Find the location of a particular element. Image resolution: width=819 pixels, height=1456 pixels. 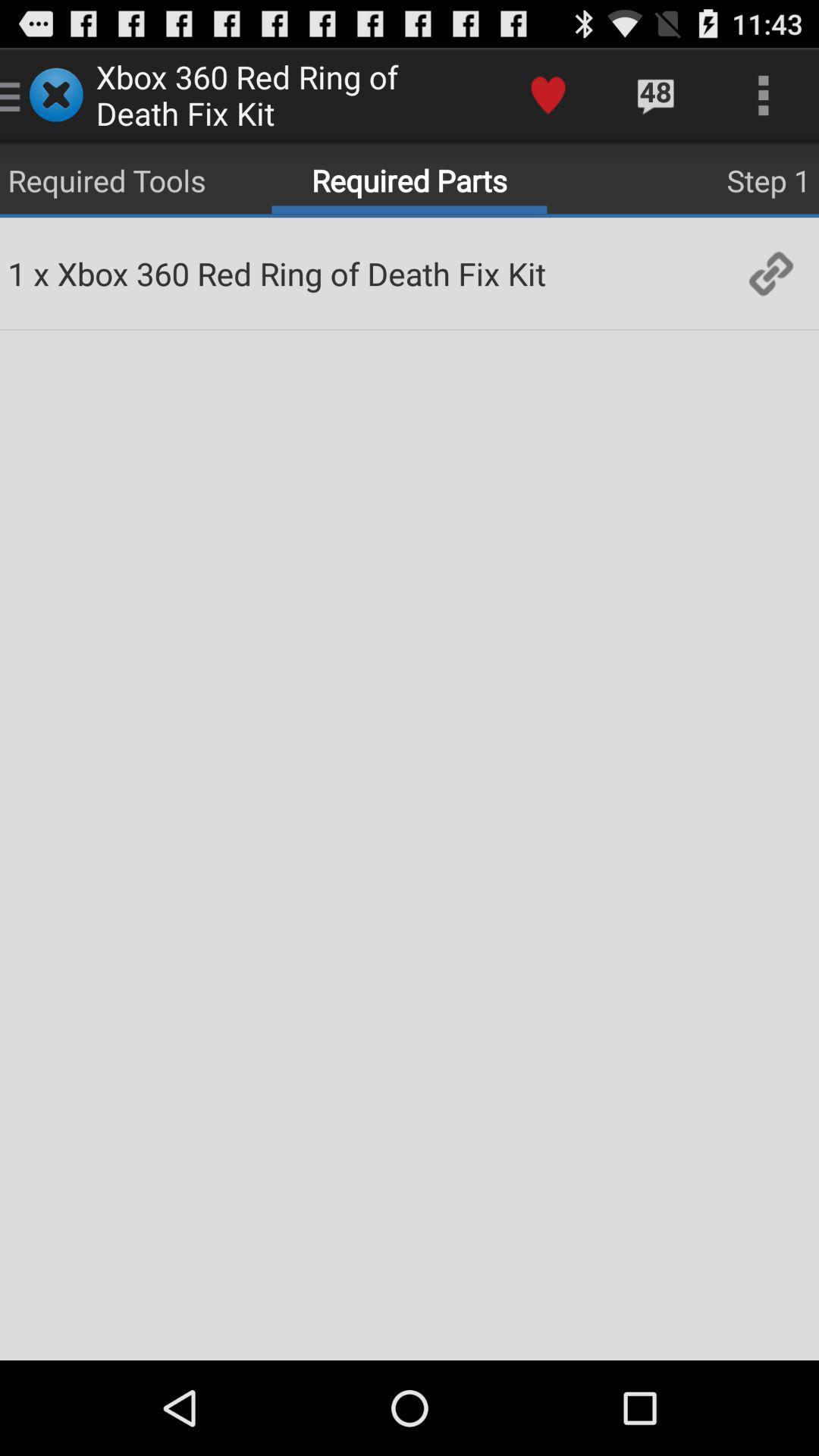

the item next to x app is located at coordinates (17, 273).